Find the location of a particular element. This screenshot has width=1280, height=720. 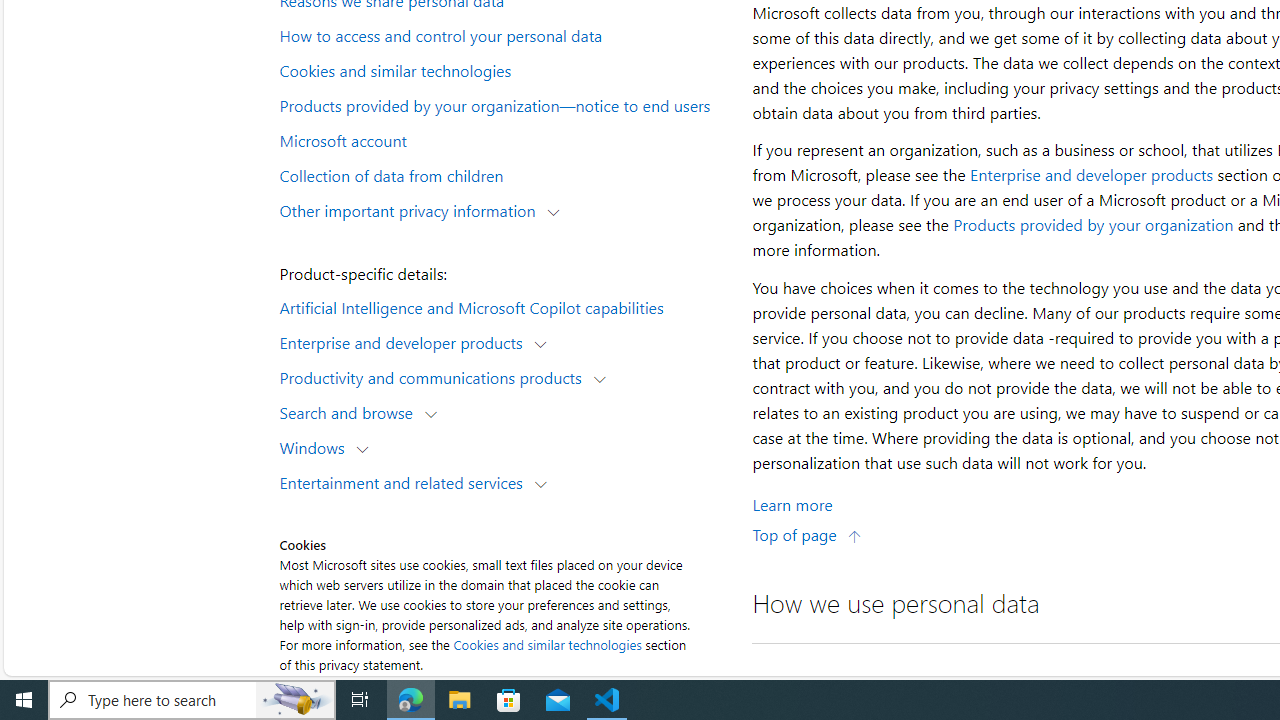

'Products provided by your organization' is located at coordinates (1092, 225).